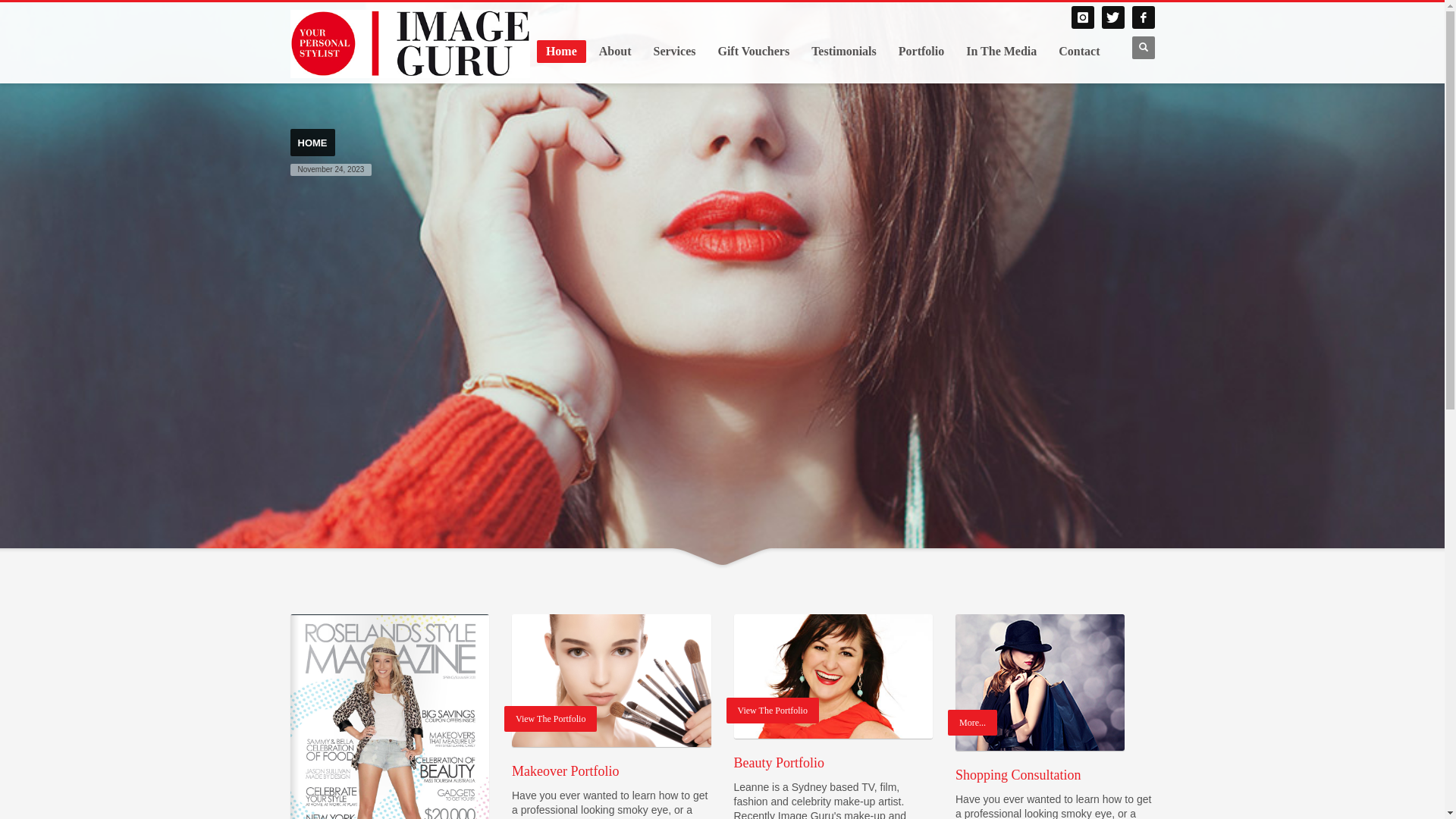 The image size is (1456, 819). I want to click on 'Shopping Consultation', so click(954, 681).